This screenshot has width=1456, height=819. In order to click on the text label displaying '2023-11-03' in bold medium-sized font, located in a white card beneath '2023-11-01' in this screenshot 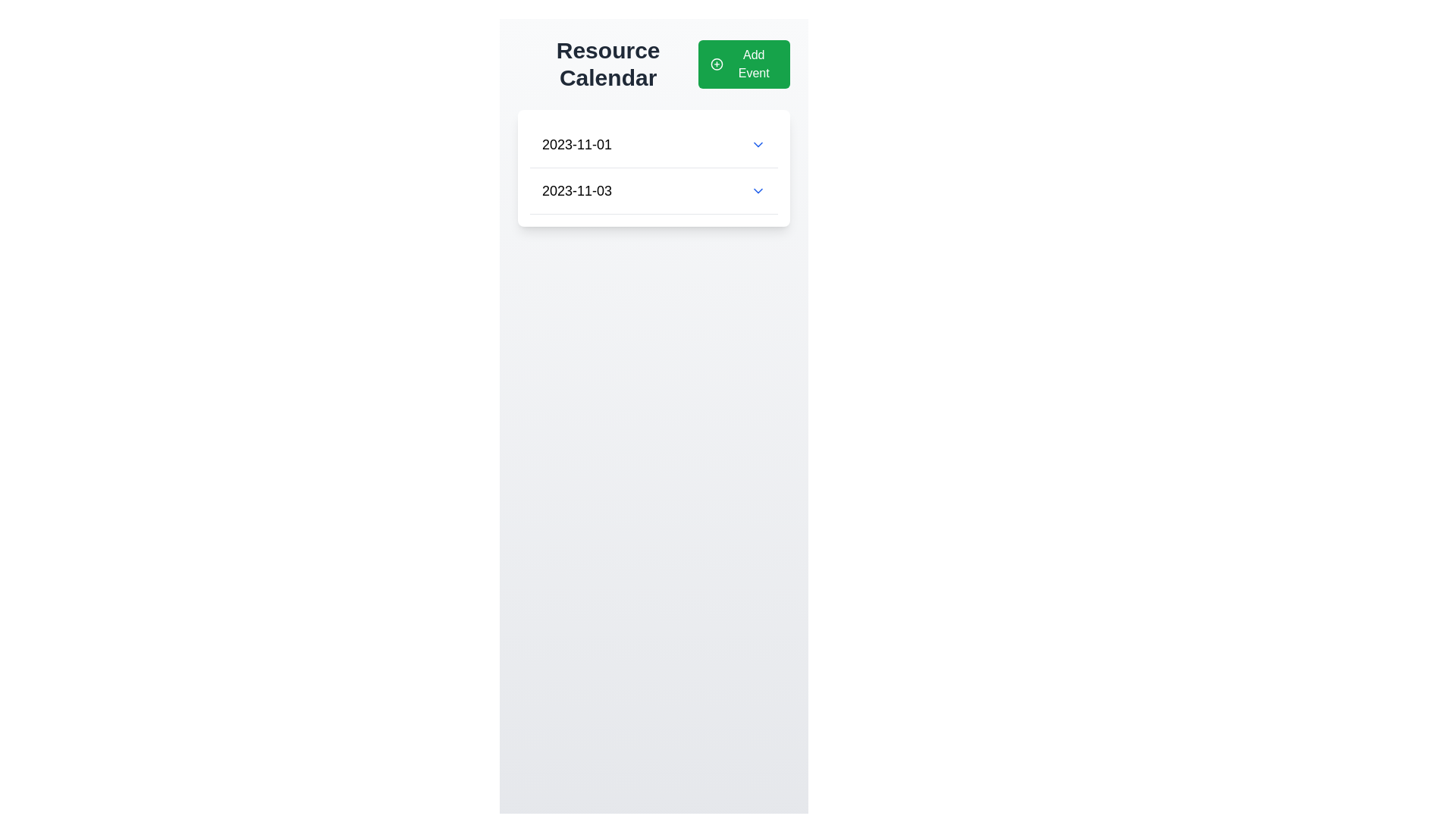, I will do `click(576, 190)`.